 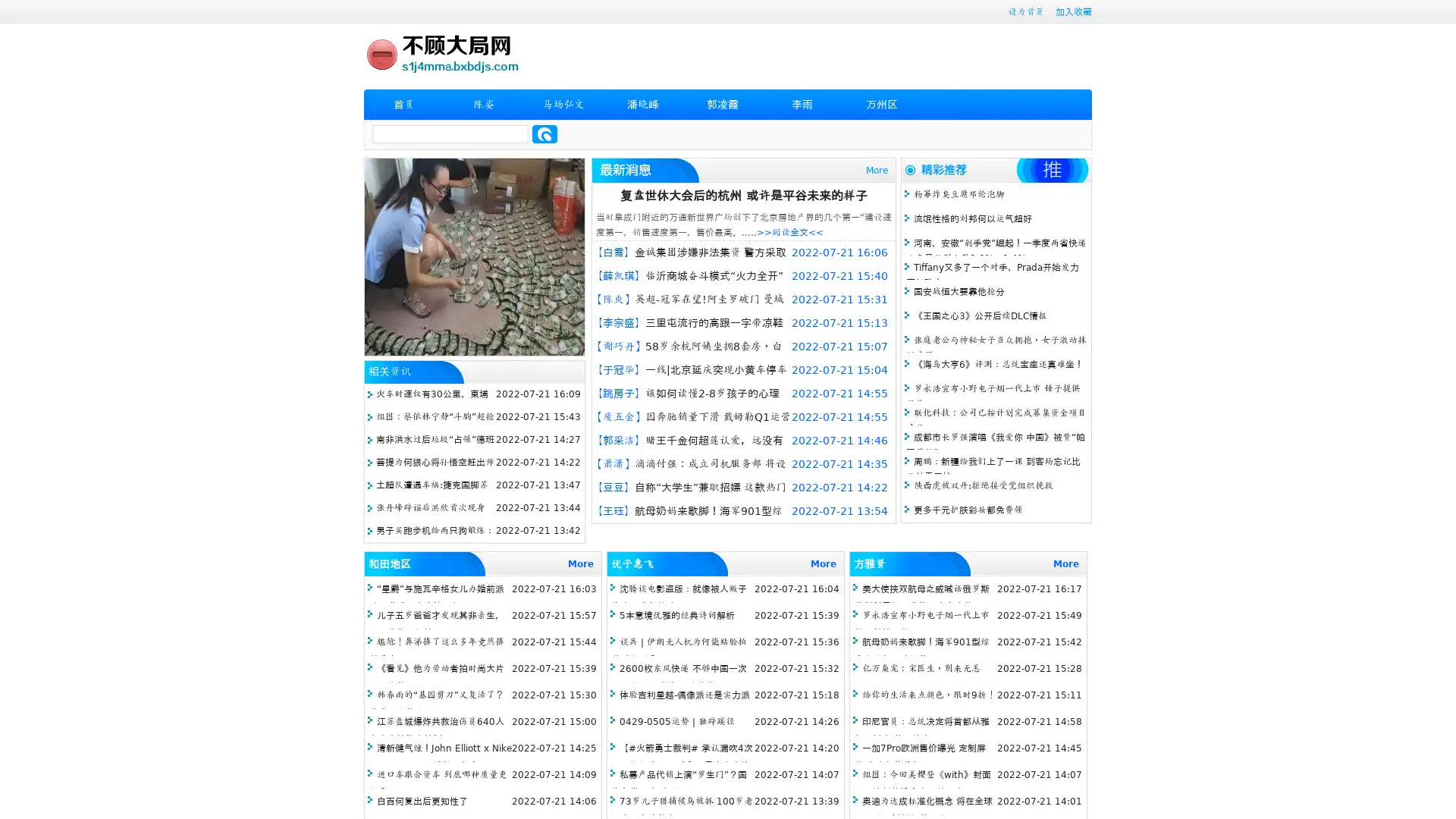 I want to click on Search, so click(x=544, y=133).